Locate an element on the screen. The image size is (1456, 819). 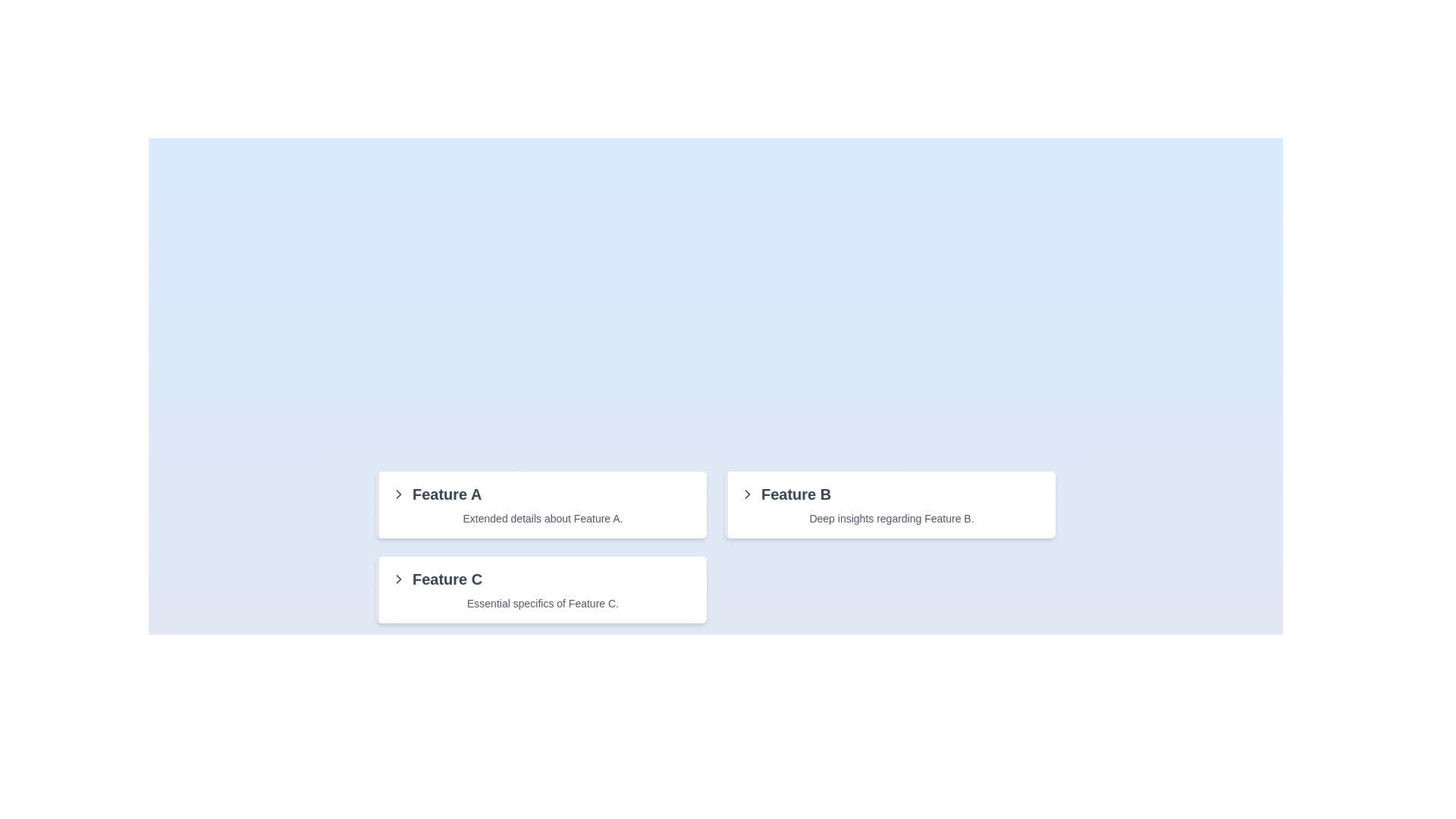
the small right-facing chevron icon located is located at coordinates (747, 494).